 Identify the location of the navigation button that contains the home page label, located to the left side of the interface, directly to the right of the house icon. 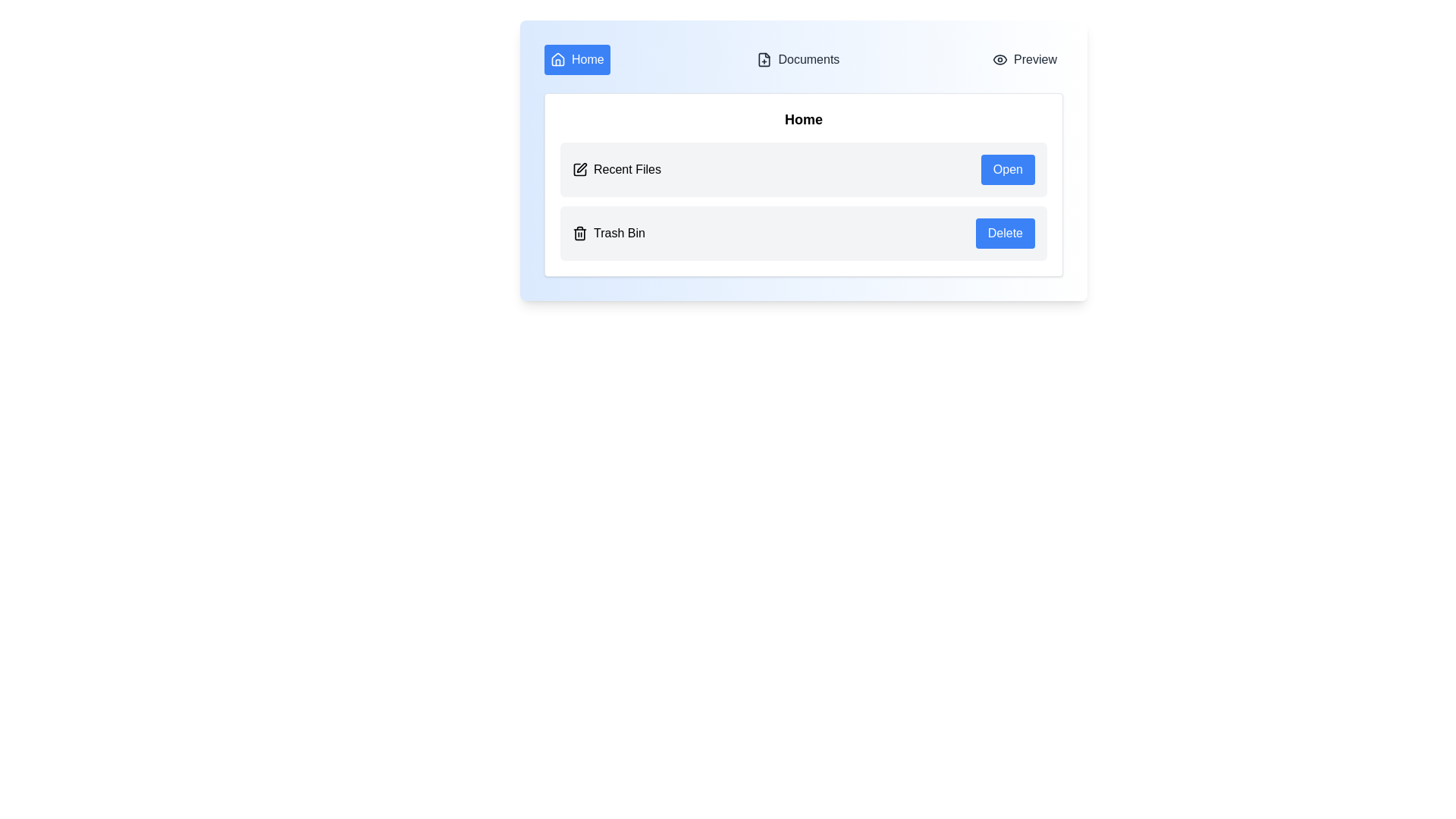
(587, 58).